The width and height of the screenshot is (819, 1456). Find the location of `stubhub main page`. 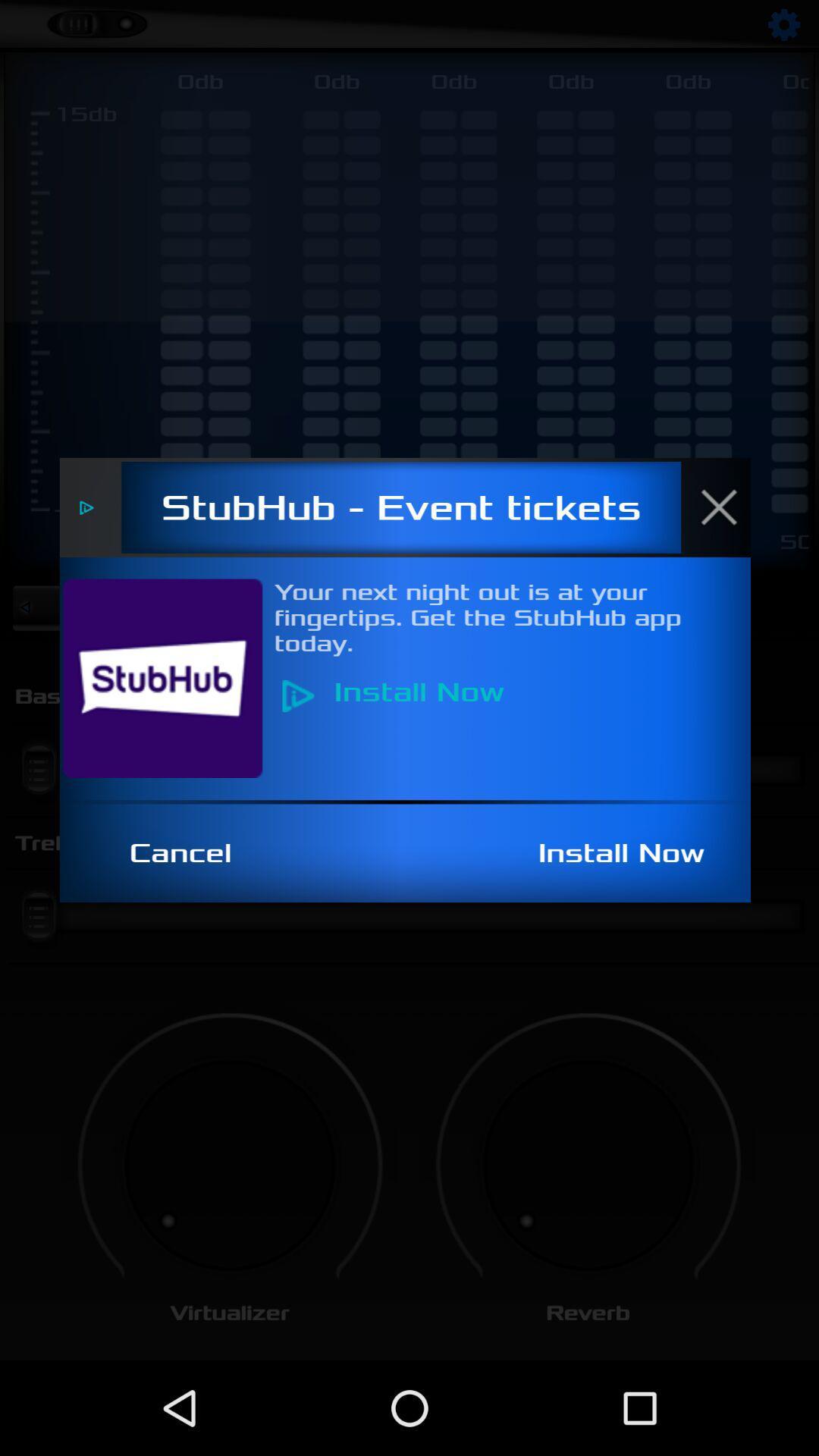

stubhub main page is located at coordinates (171, 677).